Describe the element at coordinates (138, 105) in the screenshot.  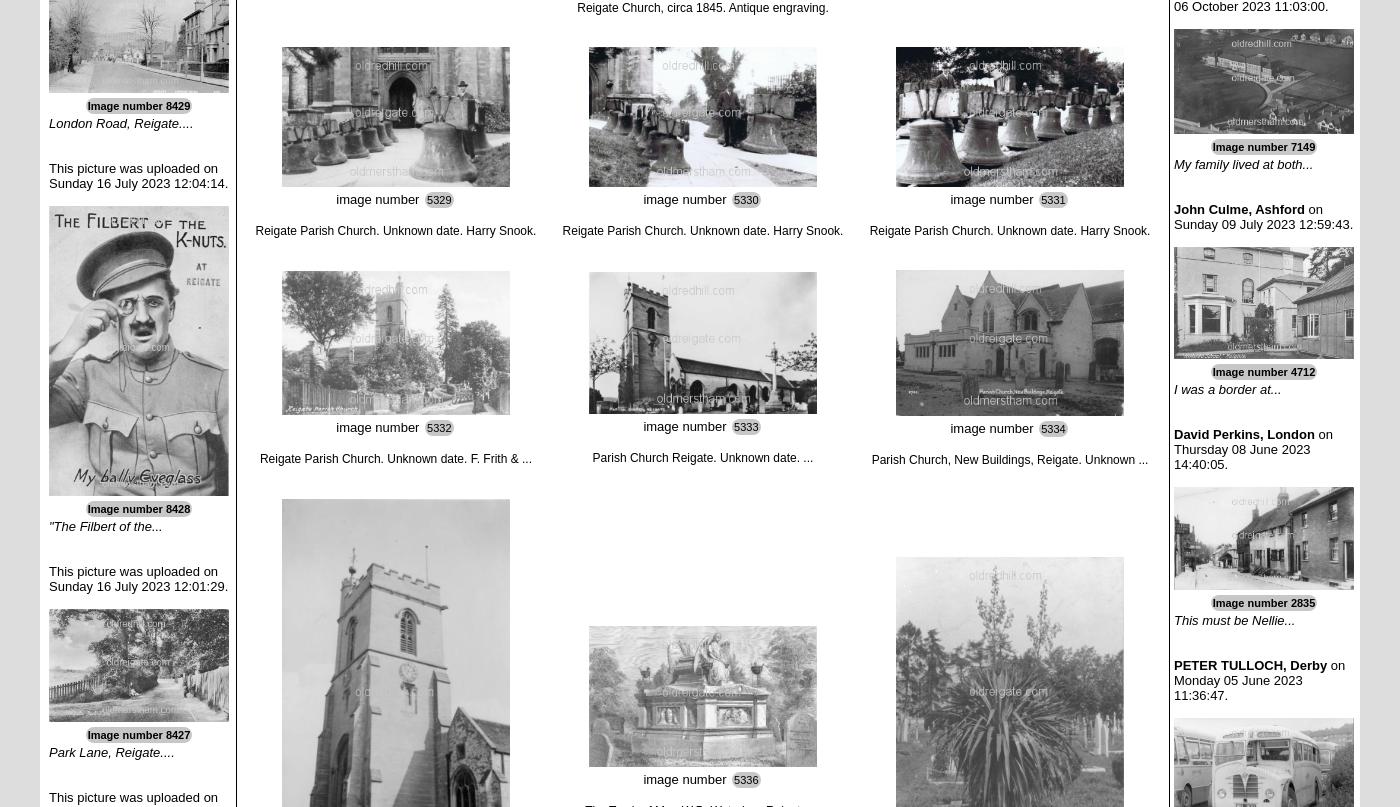
I see `'Image number 8429'` at that location.